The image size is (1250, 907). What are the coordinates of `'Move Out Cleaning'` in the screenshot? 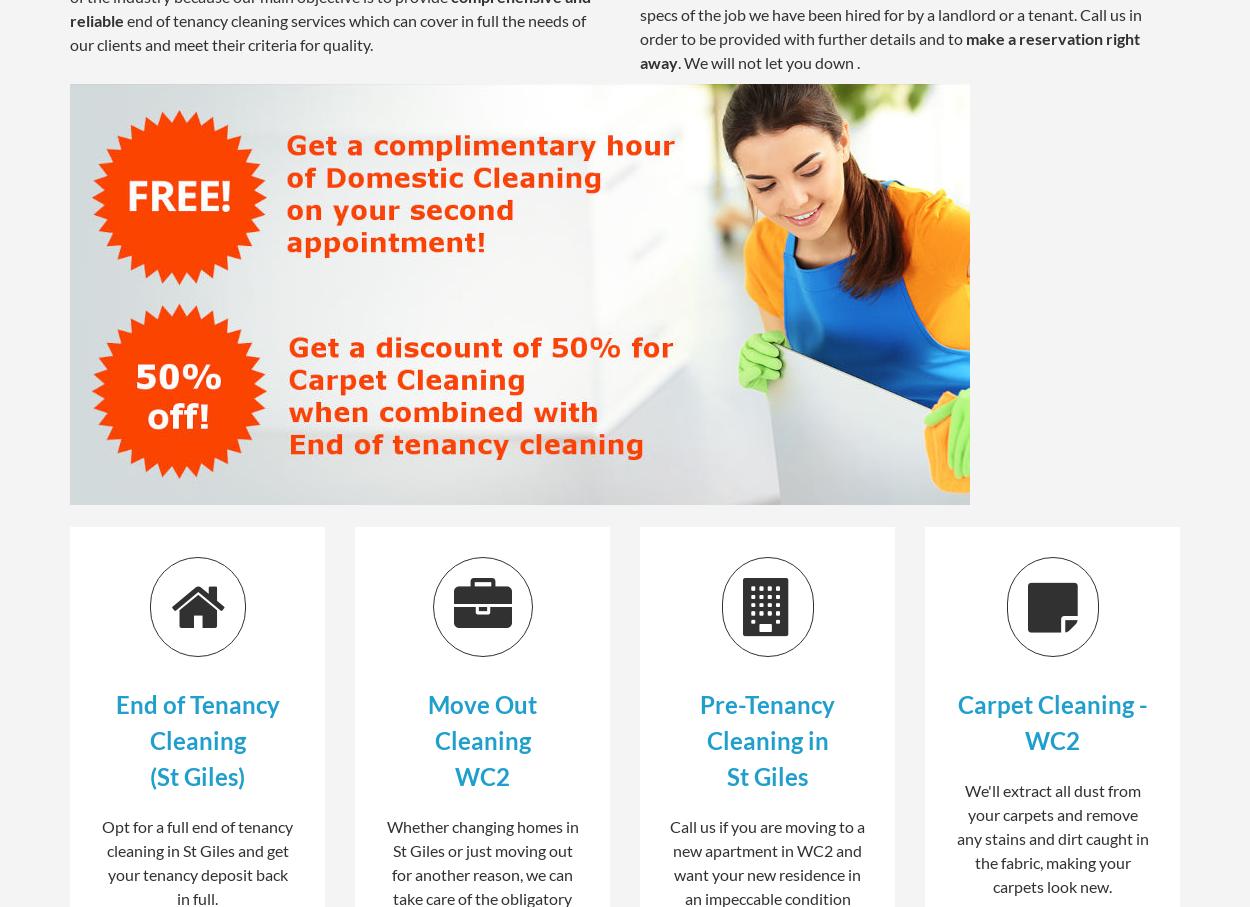 It's located at (481, 721).